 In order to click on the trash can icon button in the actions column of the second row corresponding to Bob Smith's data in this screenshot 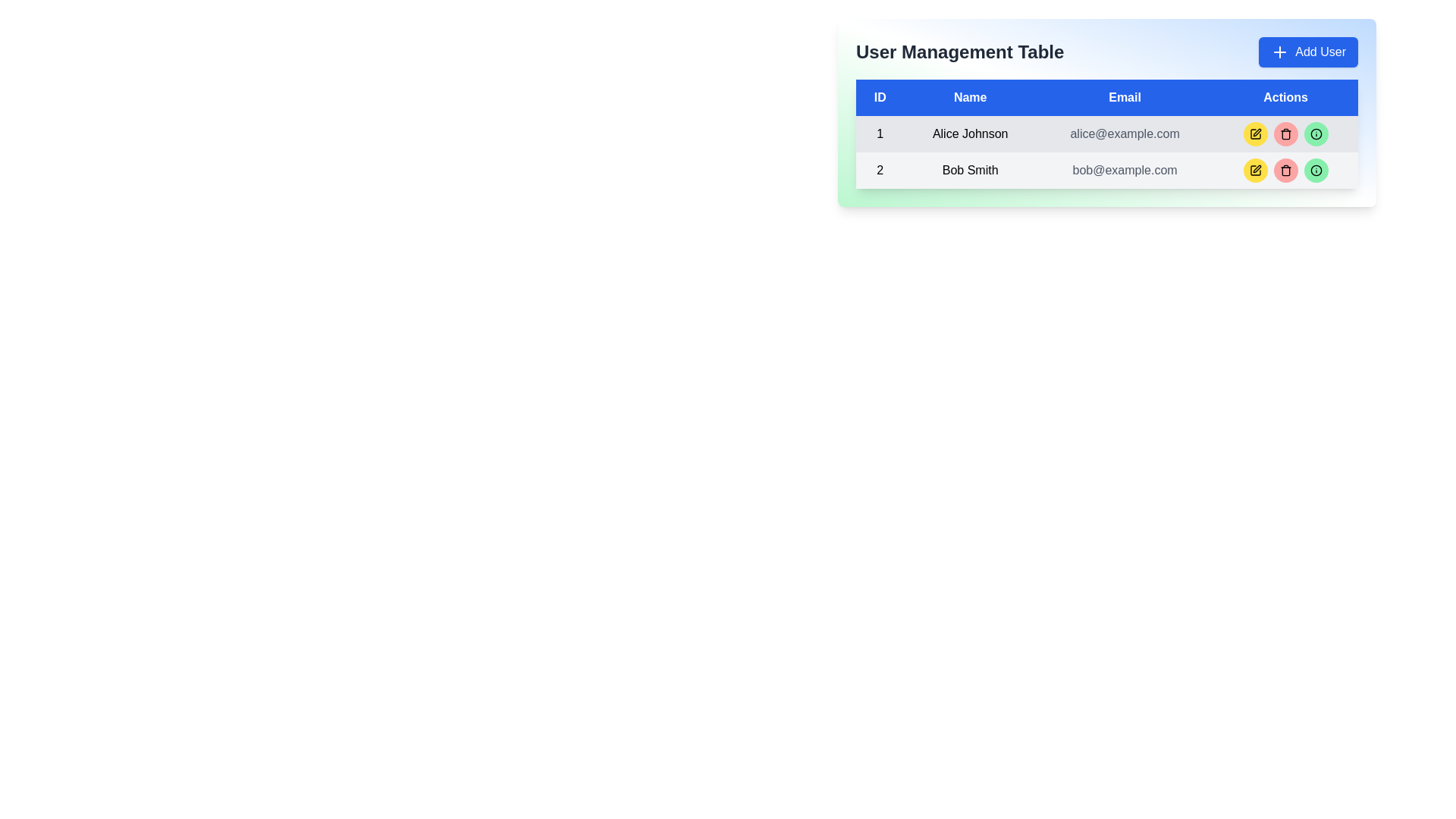, I will do `click(1285, 133)`.